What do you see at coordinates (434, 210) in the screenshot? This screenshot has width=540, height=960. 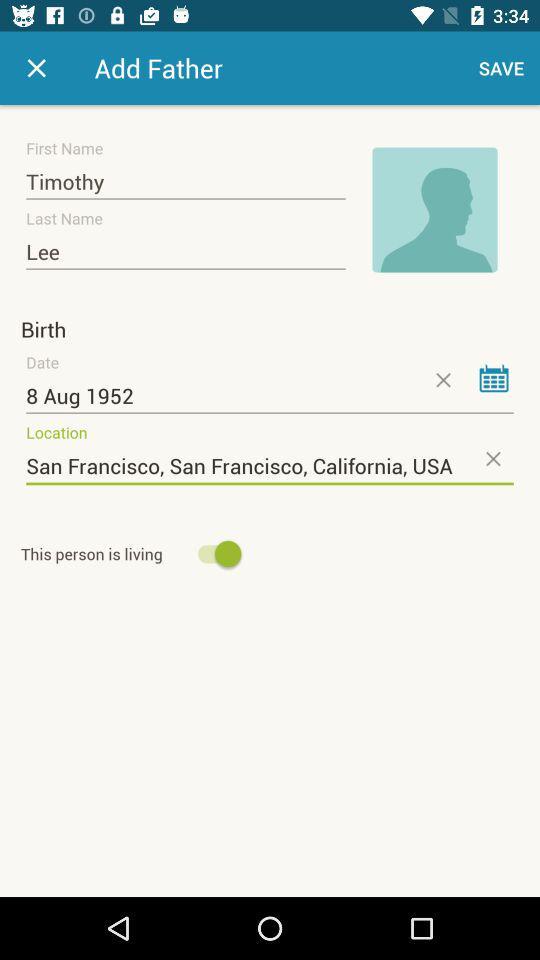 I see `clique para adicionar uma imagem` at bounding box center [434, 210].